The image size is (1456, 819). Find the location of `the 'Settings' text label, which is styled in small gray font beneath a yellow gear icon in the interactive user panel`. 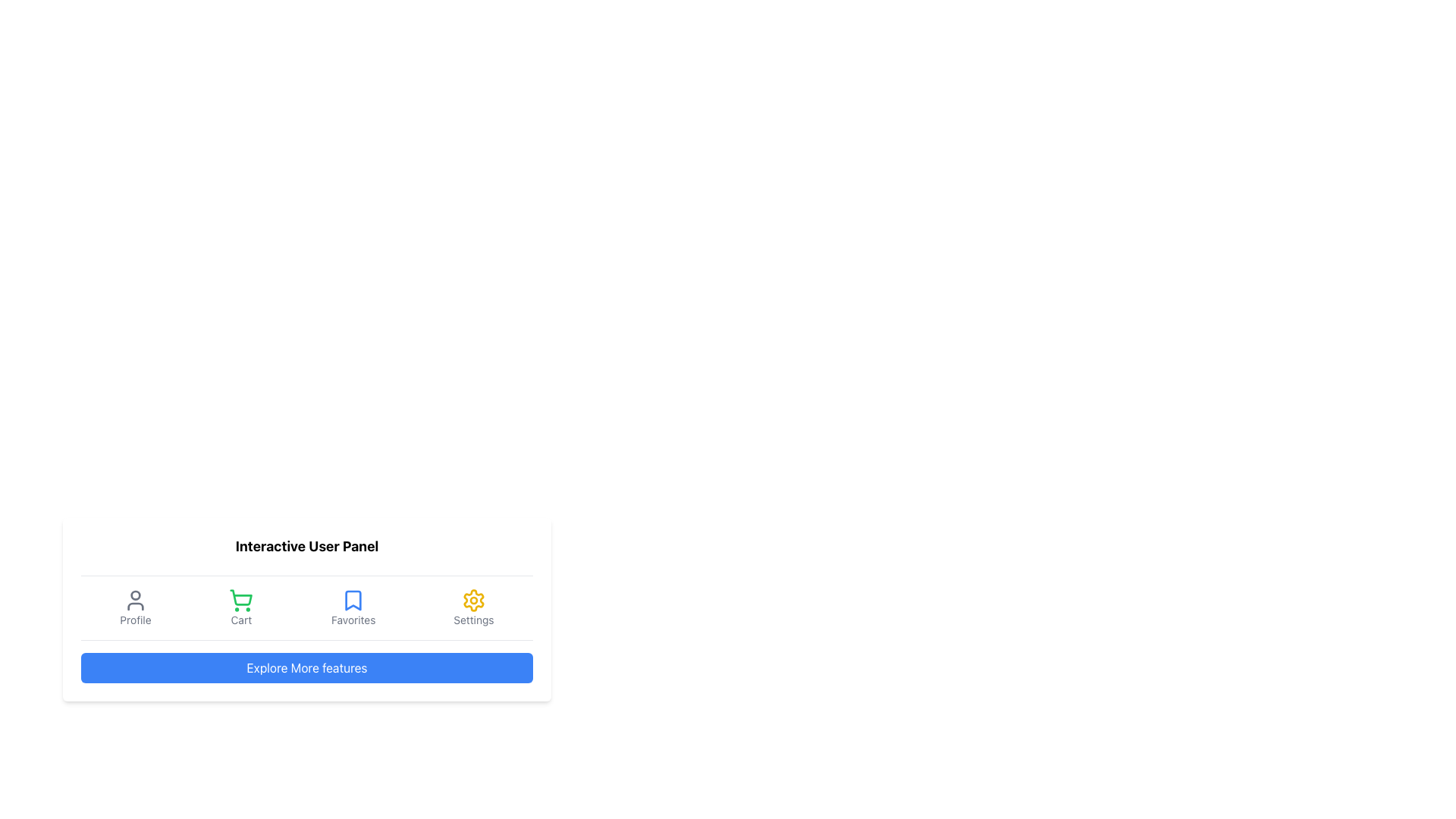

the 'Settings' text label, which is styled in small gray font beneath a yellow gear icon in the interactive user panel is located at coordinates (472, 620).